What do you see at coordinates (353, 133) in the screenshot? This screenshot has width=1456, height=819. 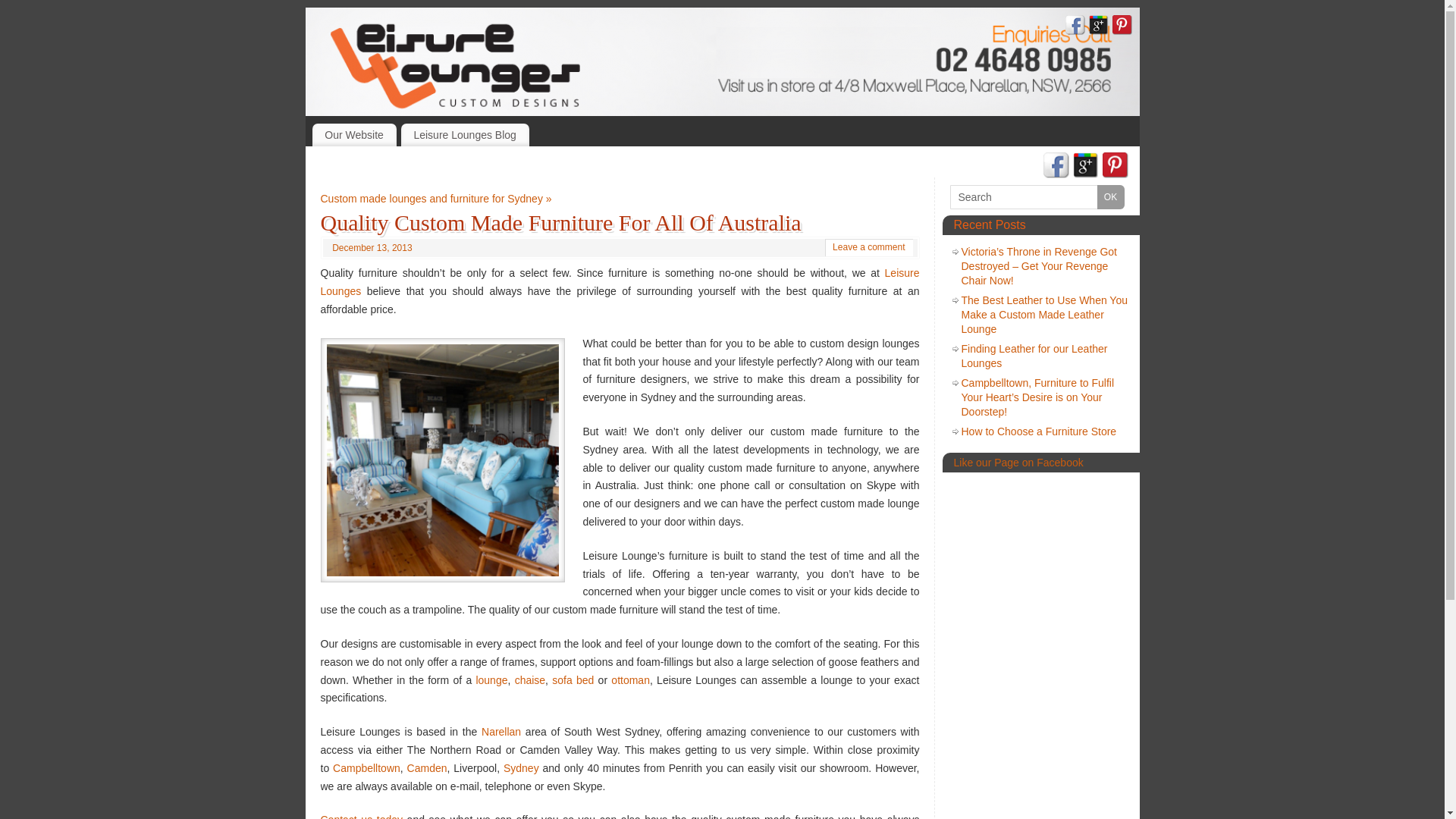 I see `'Our Website'` at bounding box center [353, 133].